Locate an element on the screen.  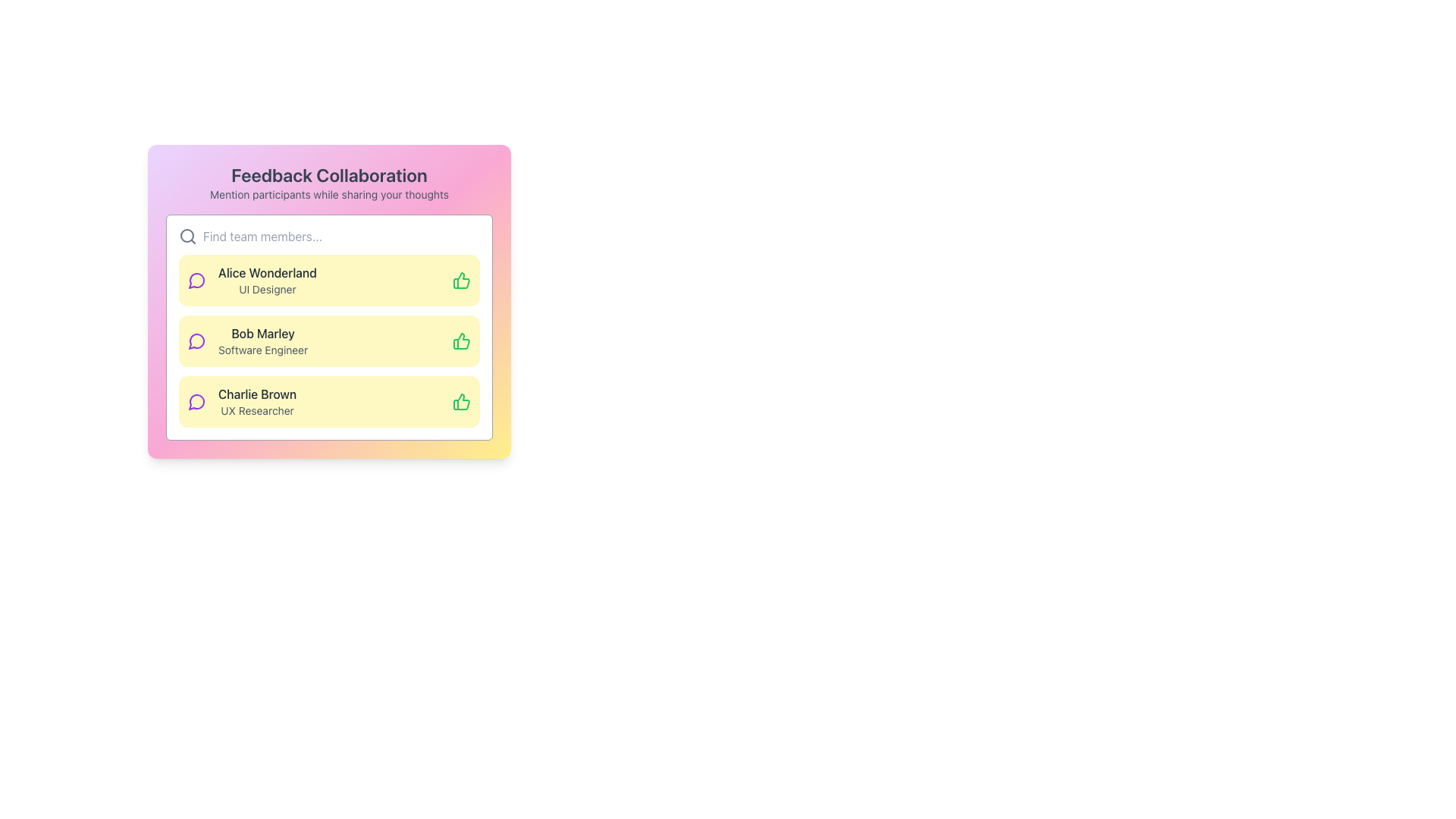
the search input field with the placeholder 'Find team members...' to focus on it is located at coordinates (328, 237).